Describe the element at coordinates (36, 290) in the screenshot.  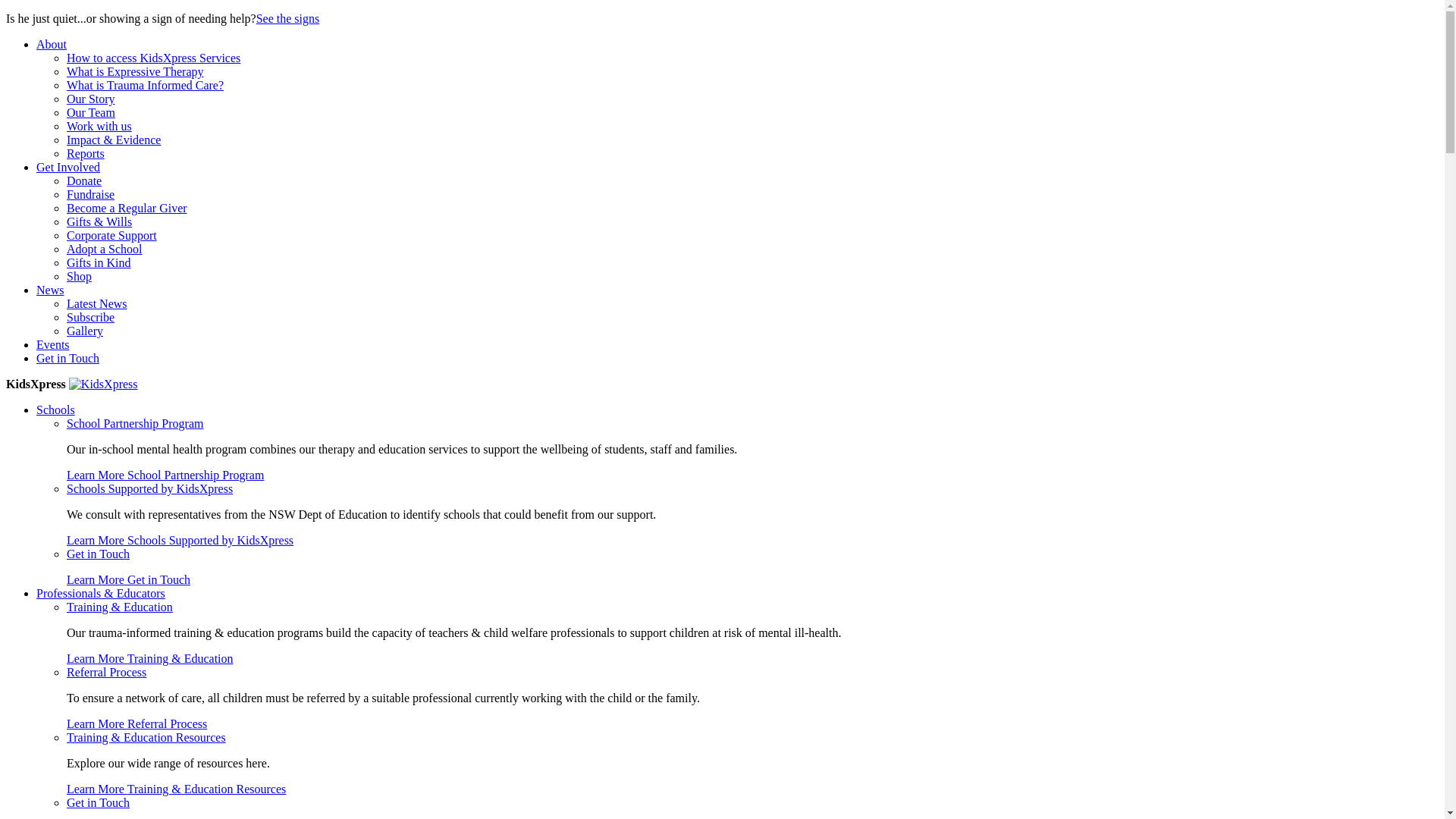
I see `'News'` at that location.